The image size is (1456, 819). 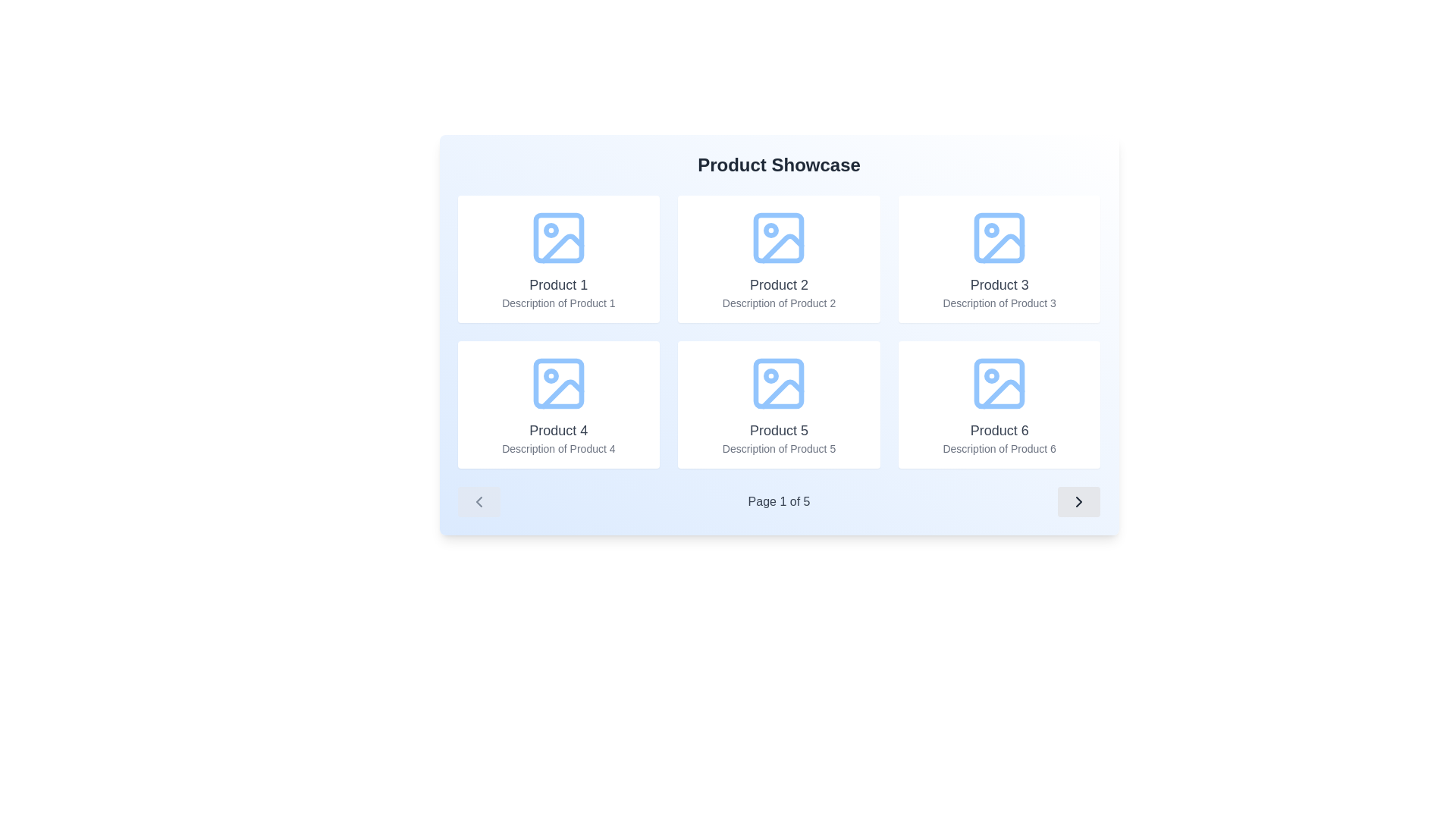 What do you see at coordinates (992, 375) in the screenshot?
I see `the circular indicator located at the bottom right of the 'Product 6' card, which serves as a visual marker for notifications or alerts` at bounding box center [992, 375].